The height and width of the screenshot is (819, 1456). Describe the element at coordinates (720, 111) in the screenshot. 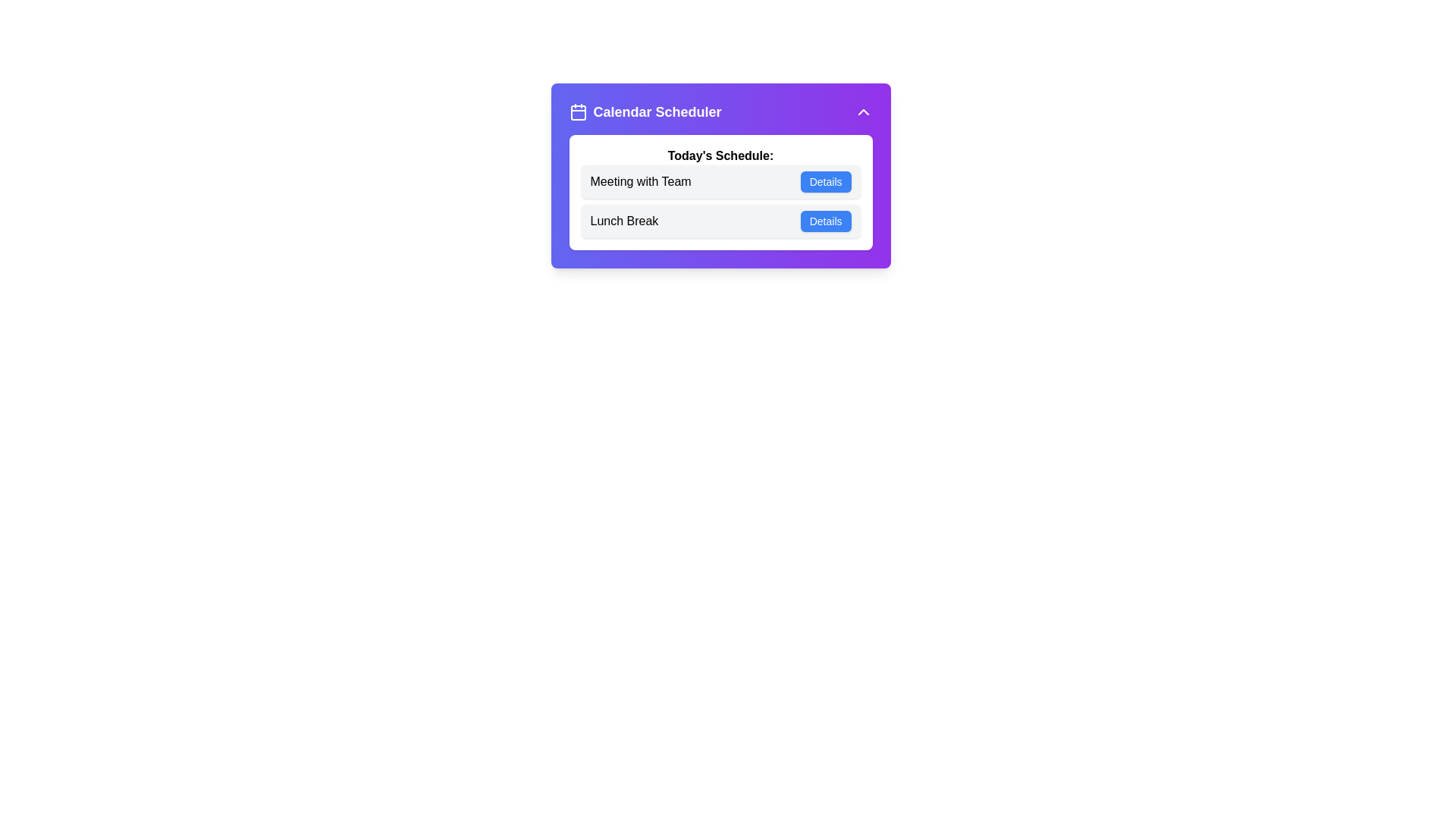

I see `the header of the SchedulerMenu to toggle the panel` at that location.